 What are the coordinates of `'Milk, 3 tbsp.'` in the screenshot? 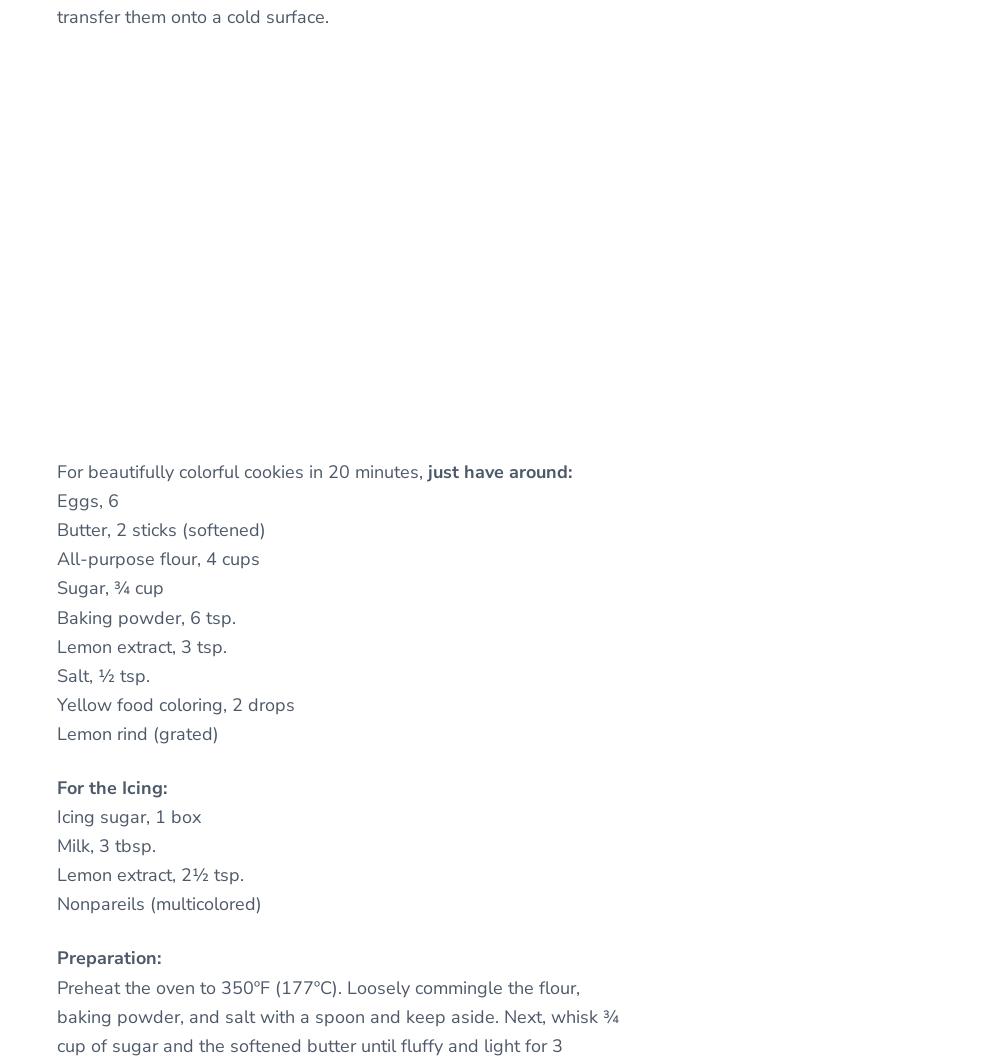 It's located at (105, 846).